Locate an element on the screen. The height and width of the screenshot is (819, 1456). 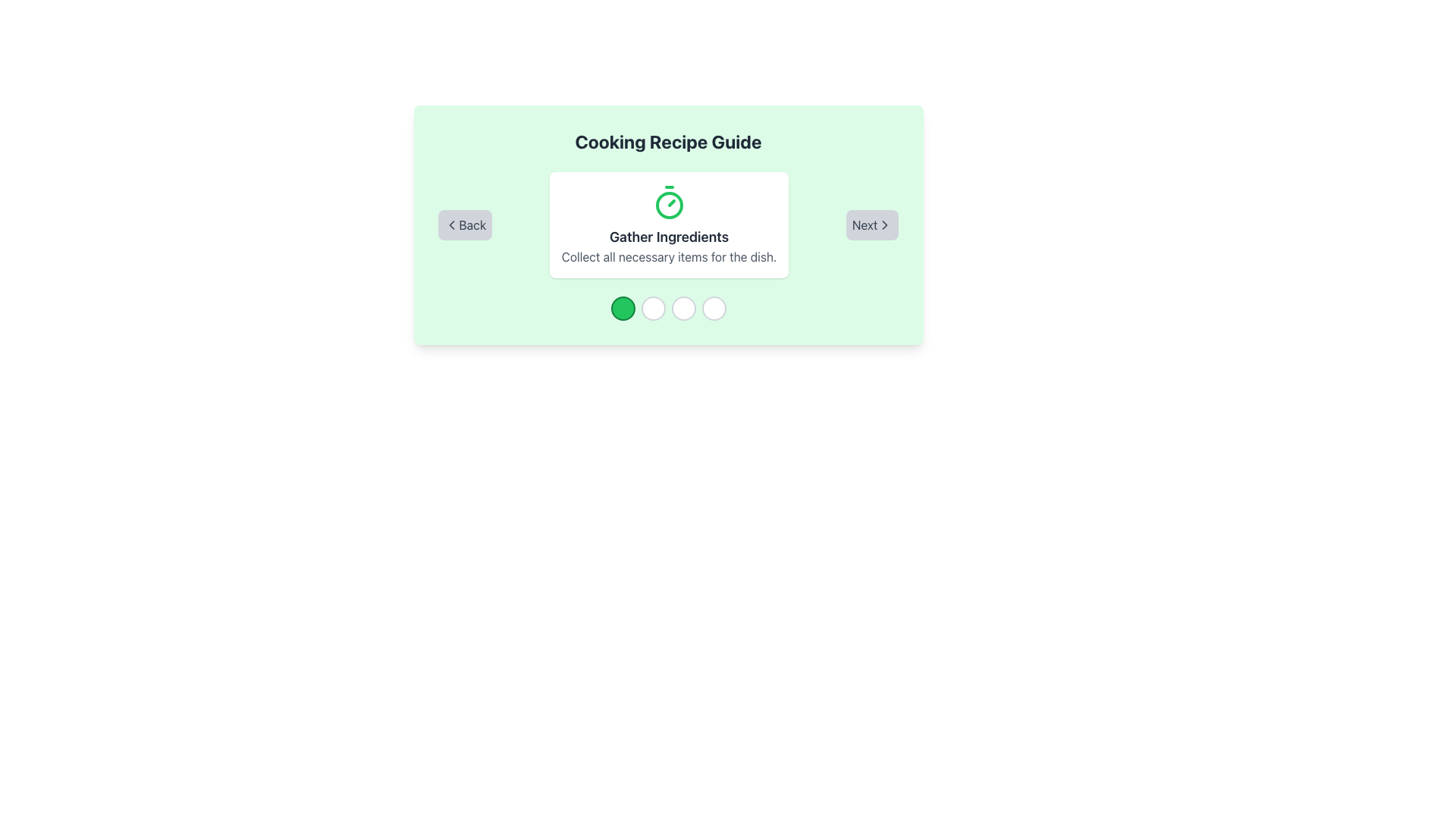
the second Circle Indicator in the horizontal arrangement of four indicators is located at coordinates (653, 308).